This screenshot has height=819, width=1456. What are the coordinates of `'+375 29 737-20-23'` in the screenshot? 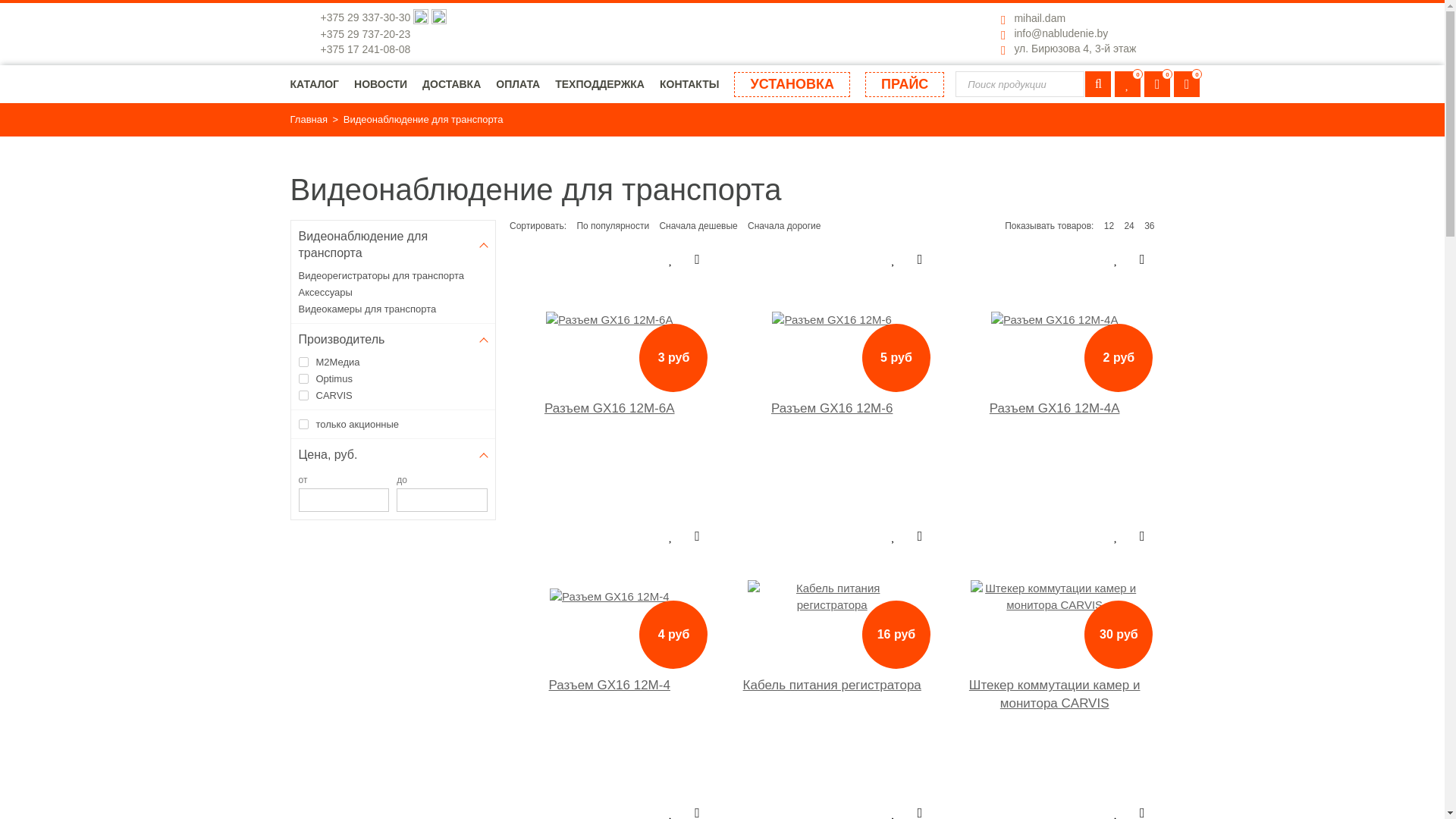 It's located at (365, 34).